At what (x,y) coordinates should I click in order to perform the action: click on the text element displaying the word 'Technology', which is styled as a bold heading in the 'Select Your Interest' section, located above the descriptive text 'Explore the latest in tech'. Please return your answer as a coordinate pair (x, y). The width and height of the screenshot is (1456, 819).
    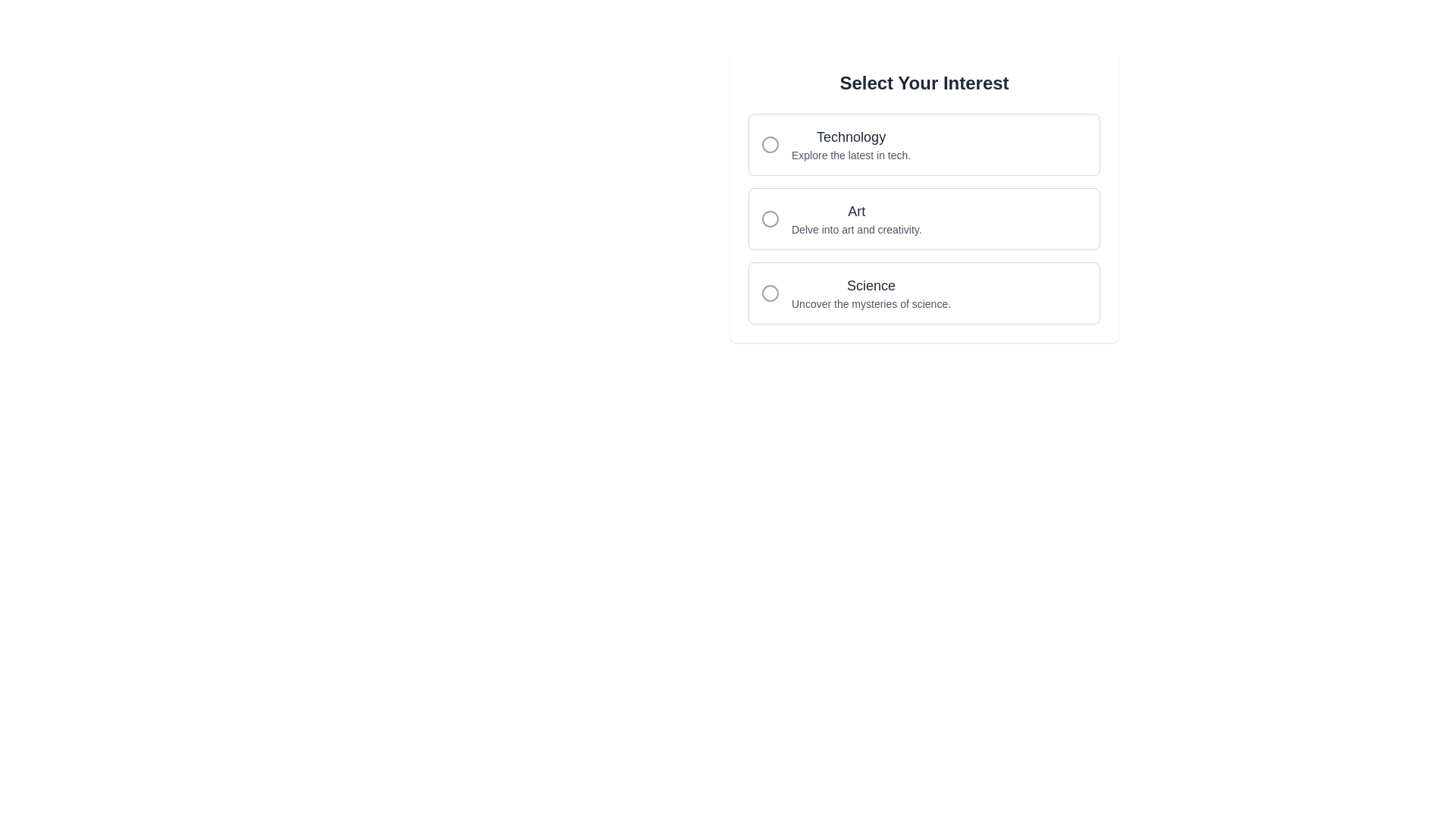
    Looking at the image, I should click on (851, 137).